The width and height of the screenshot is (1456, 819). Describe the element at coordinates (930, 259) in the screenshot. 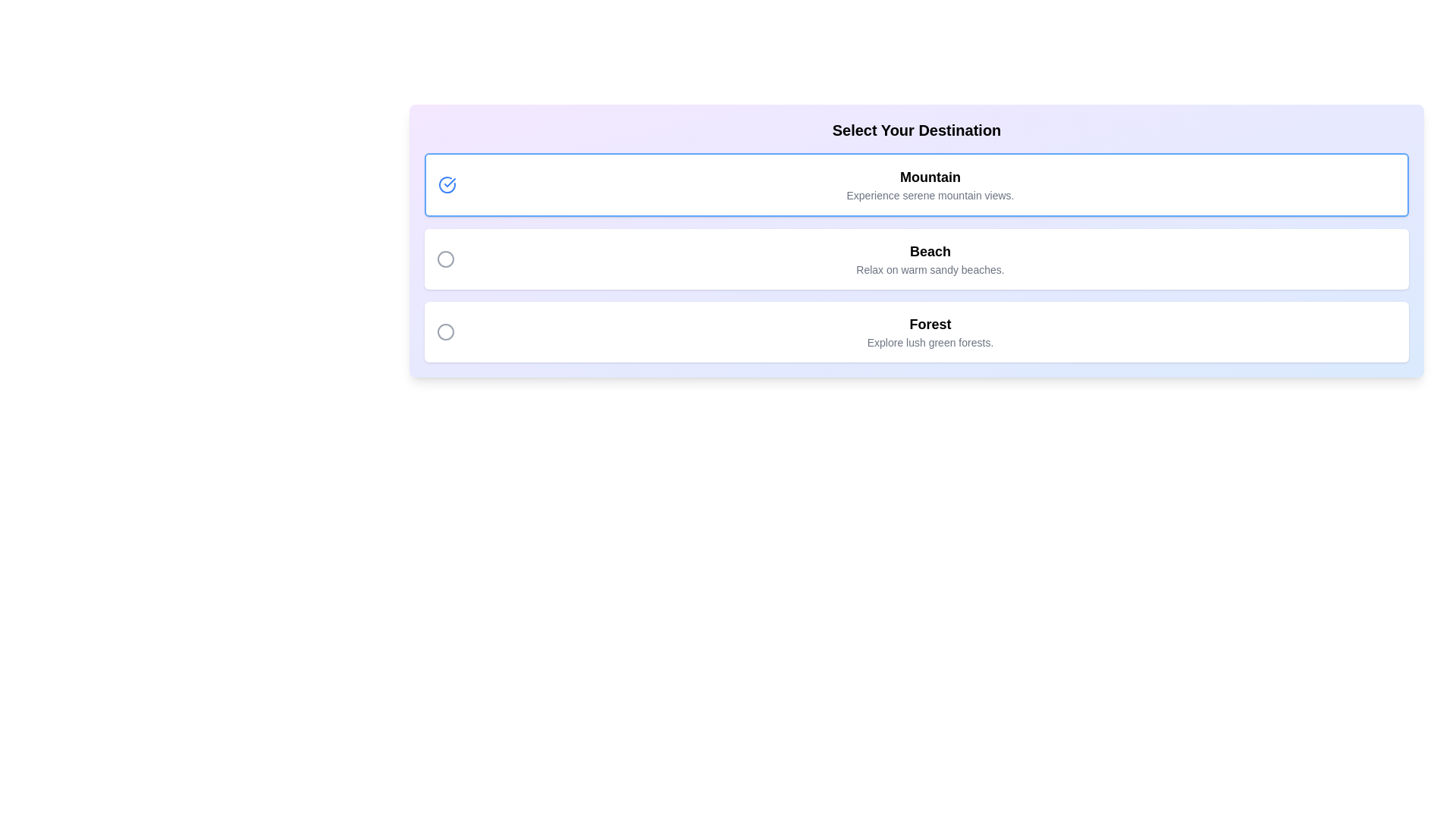

I see `the main text component in the second selectable card labeled 'Beach', which contains the bold text 'Beach' and the smaller text 'Relax on warm sandy beaches.'` at that location.